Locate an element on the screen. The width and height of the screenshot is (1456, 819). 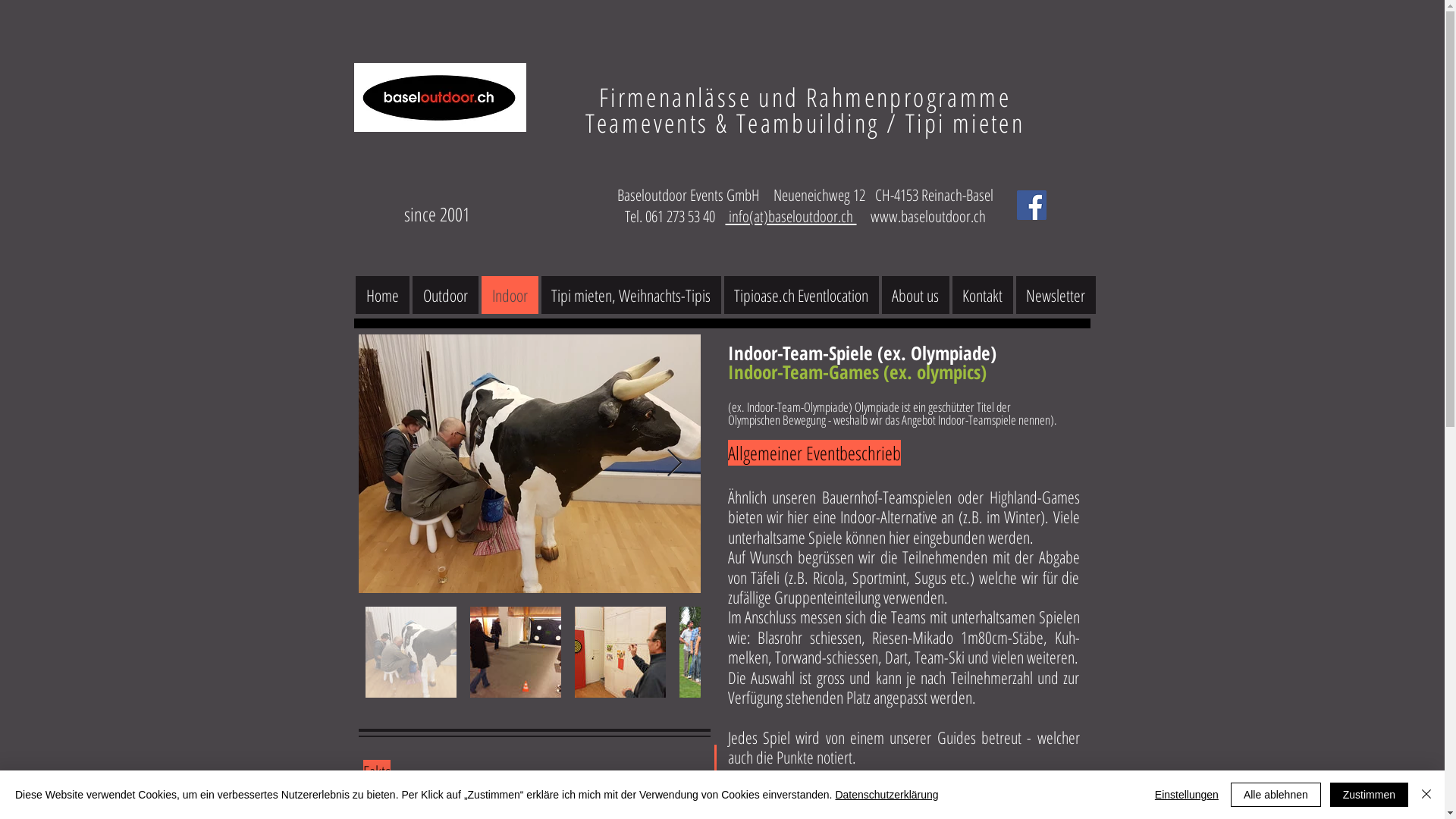
'Alle ablehnen' is located at coordinates (1275, 794).